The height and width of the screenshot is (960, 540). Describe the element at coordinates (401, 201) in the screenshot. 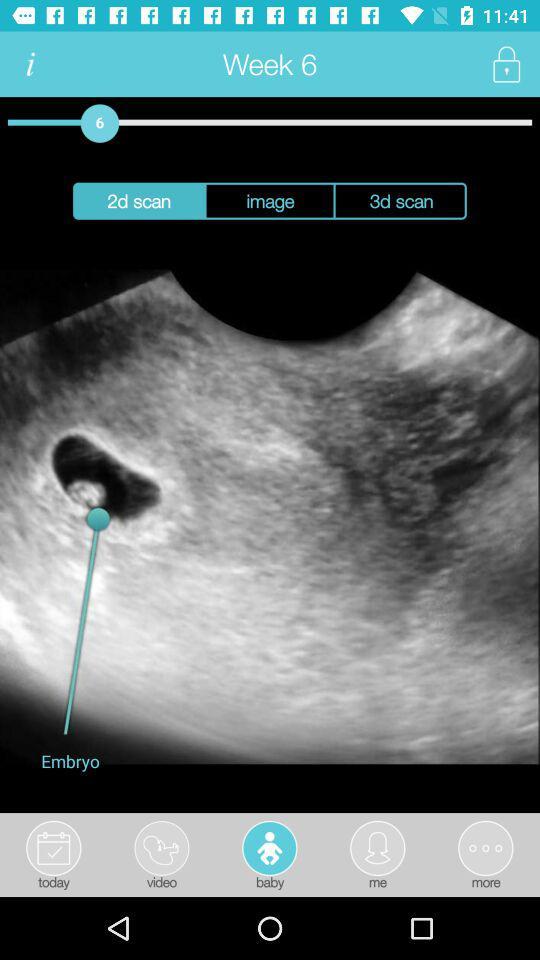

I see `button next to the image` at that location.